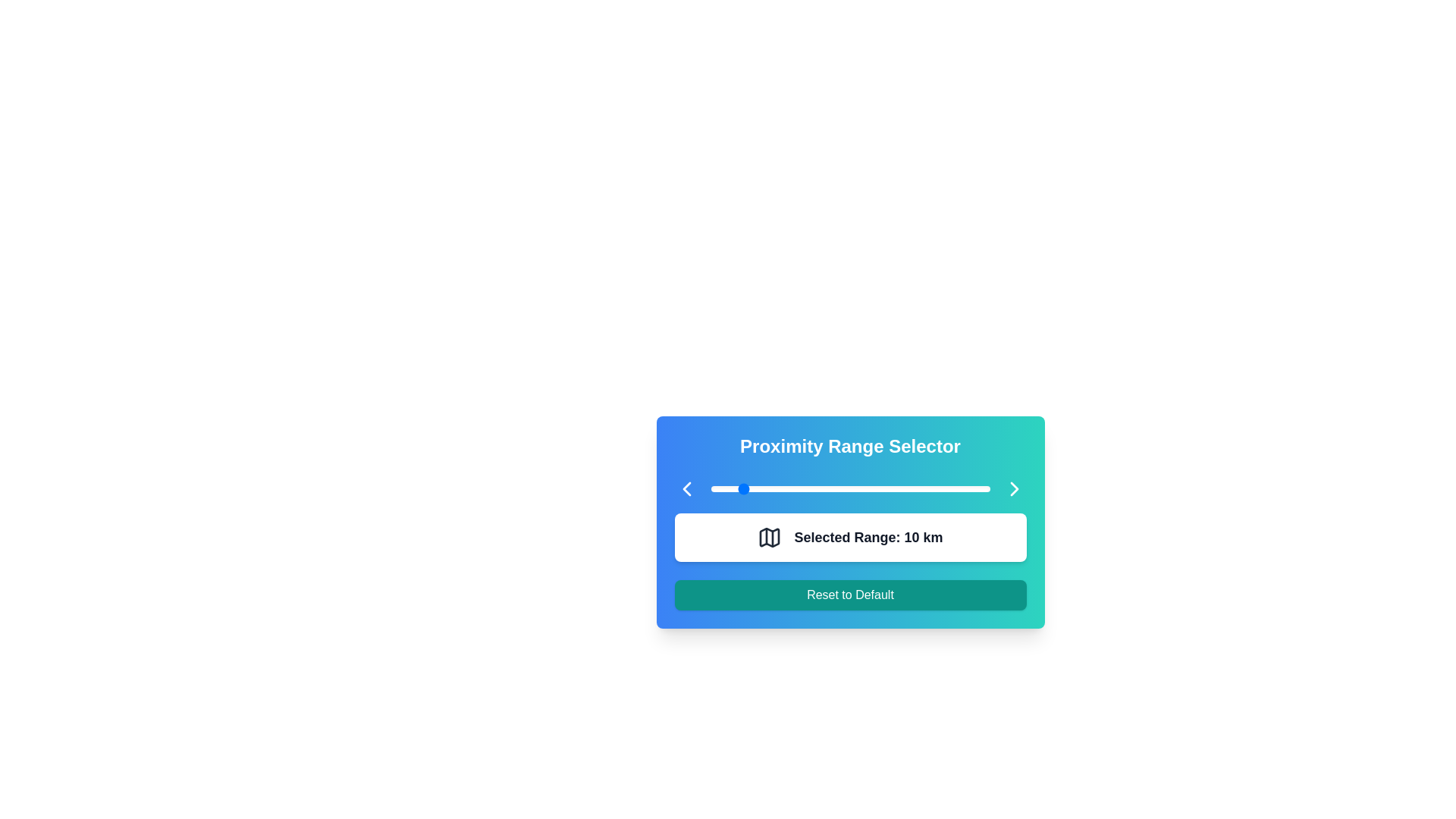 The image size is (1456, 819). Describe the element at coordinates (686, 488) in the screenshot. I see `the button located at the far left of the horizontal alignment bar in the 'Proximity Range Selector' card to decrease a value or navigate backwards` at that location.